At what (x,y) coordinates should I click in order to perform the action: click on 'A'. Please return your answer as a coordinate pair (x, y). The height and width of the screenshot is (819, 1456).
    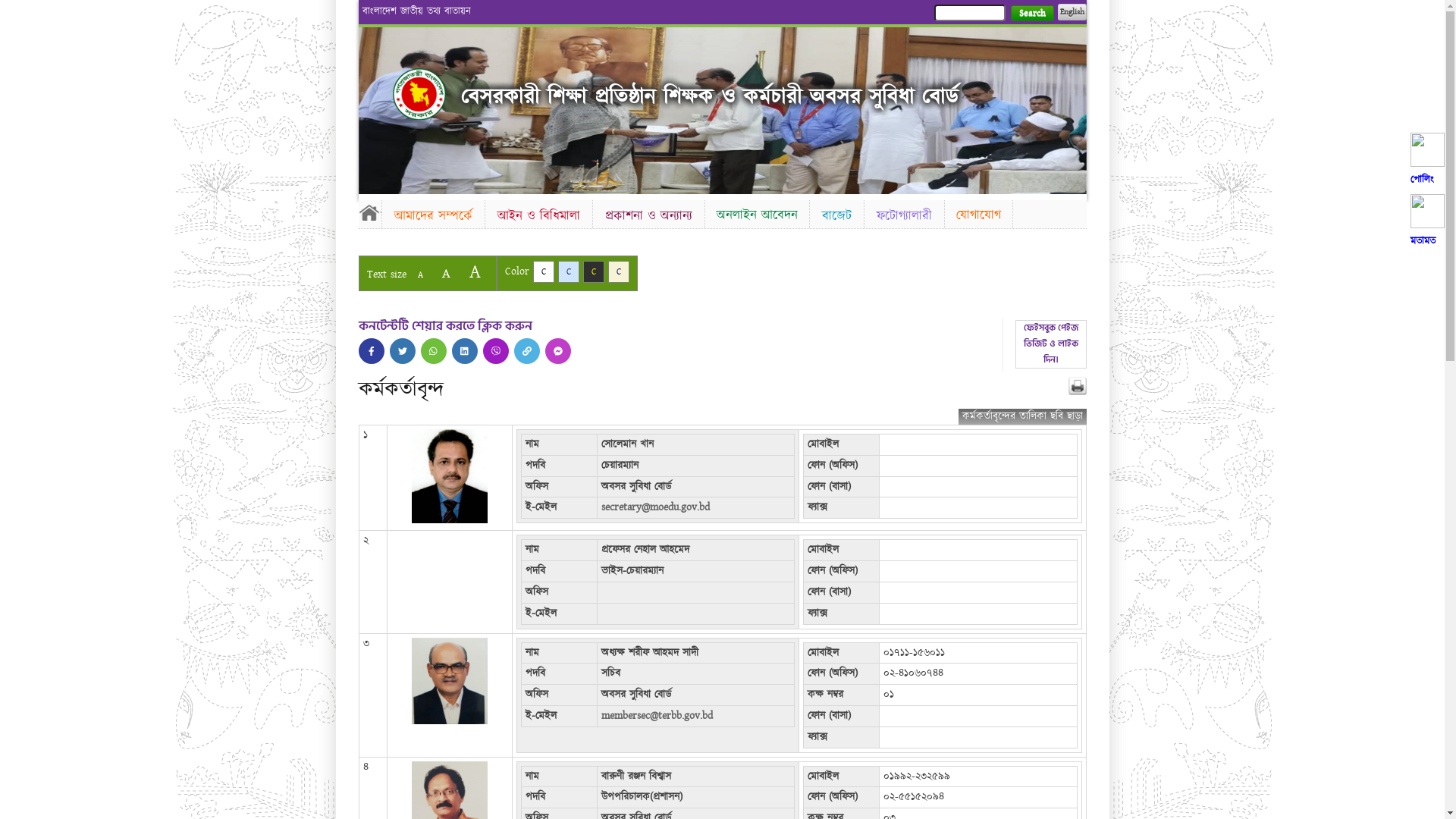
    Looking at the image, I should click on (444, 273).